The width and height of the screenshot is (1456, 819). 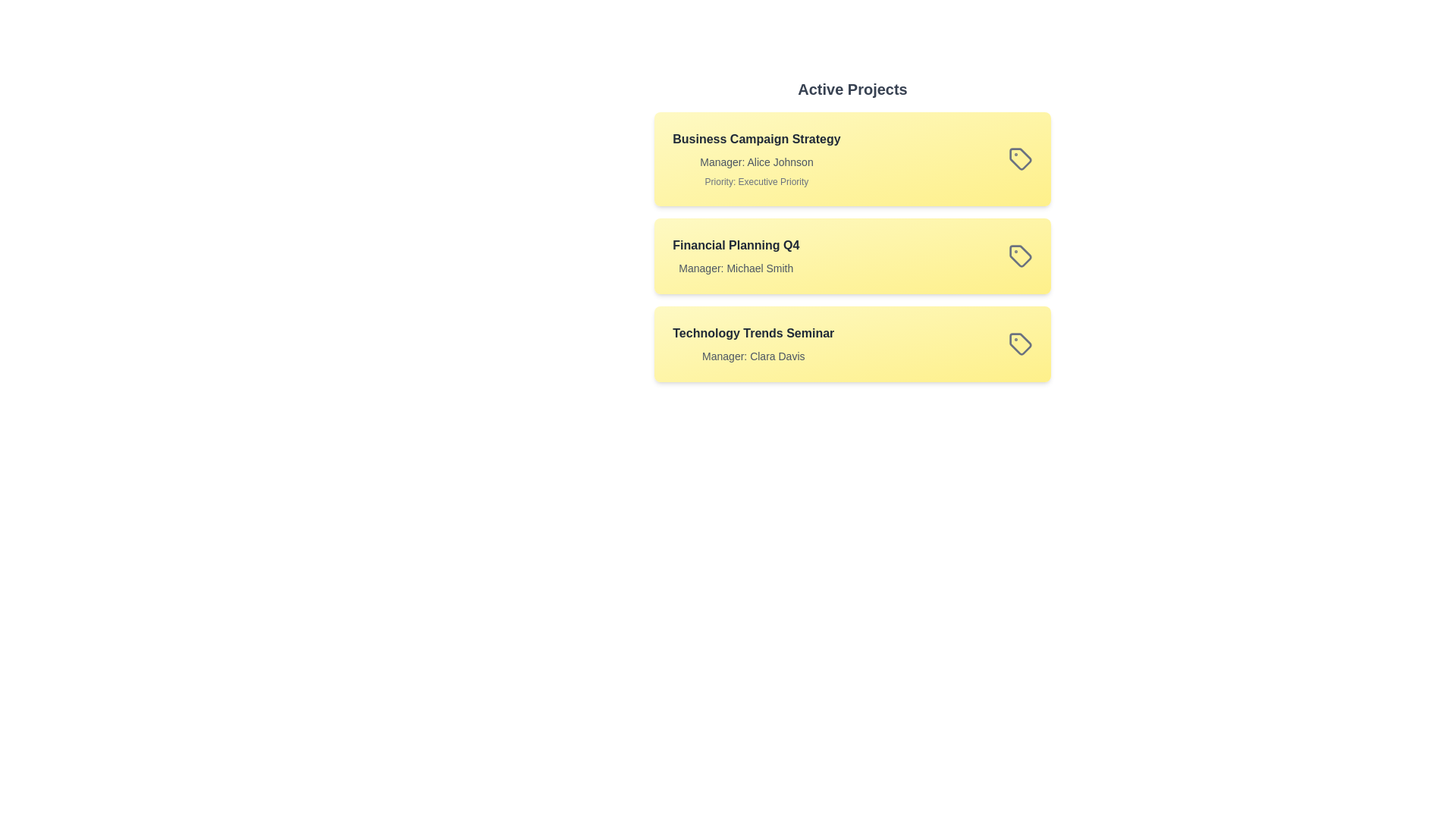 I want to click on the project titled 'Technology Trends Seminar' to observe visual feedback, so click(x=852, y=344).